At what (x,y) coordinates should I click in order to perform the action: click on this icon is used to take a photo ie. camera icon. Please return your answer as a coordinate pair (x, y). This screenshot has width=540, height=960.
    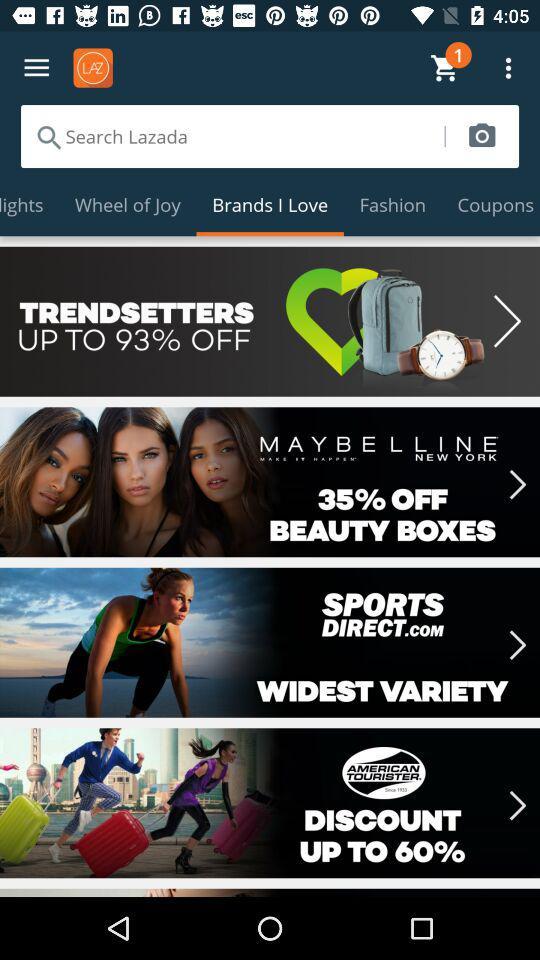
    Looking at the image, I should click on (481, 135).